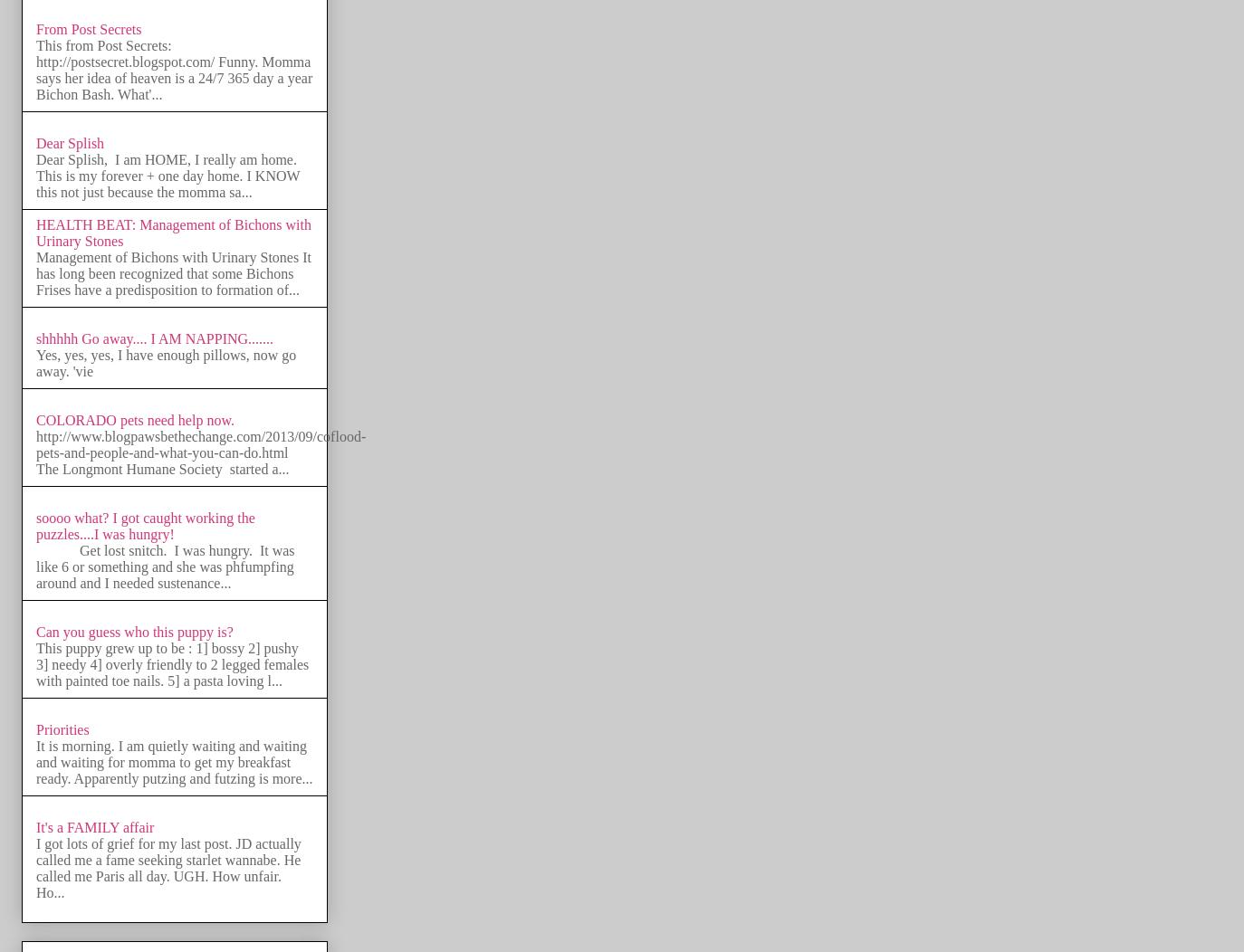 The image size is (1244, 952). Describe the element at coordinates (168, 176) in the screenshot. I see `'Dear Splish,      I am HOME, I really am home.       This is my forever + one day home.     I KNOW this not just because the momma sa...'` at that location.